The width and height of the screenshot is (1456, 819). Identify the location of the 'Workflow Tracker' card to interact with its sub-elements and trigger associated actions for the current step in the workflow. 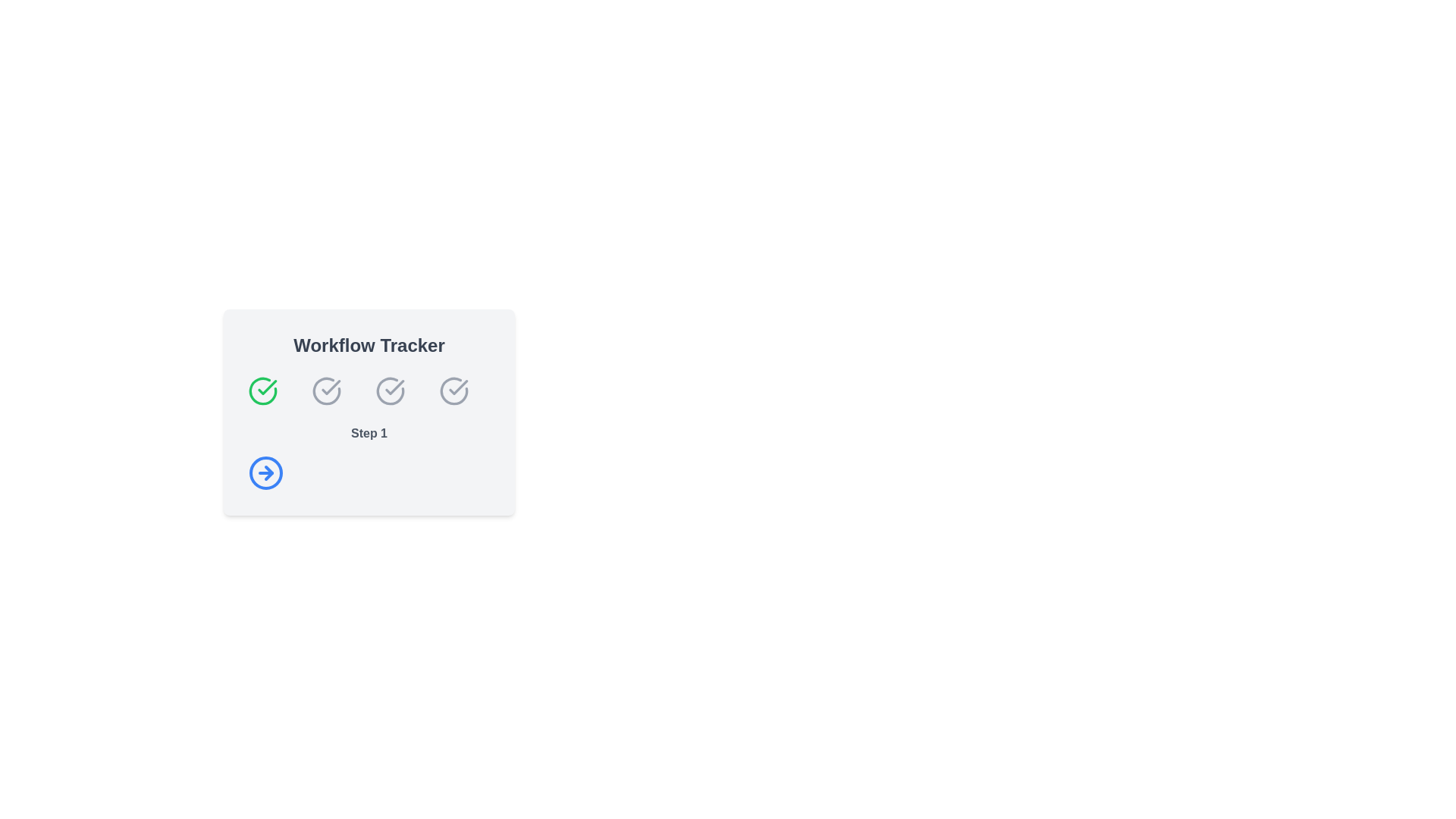
(369, 412).